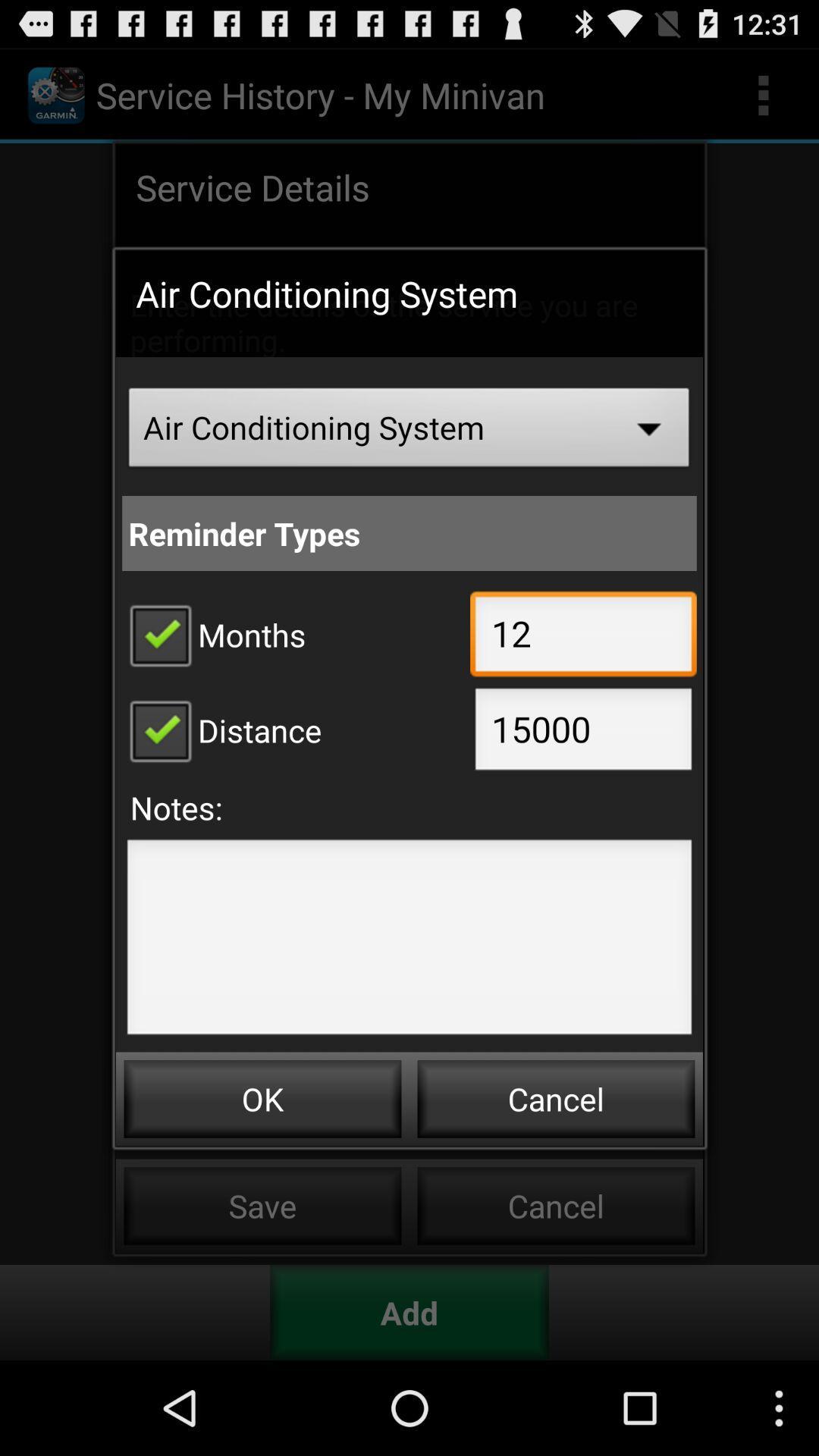 The height and width of the screenshot is (1456, 819). I want to click on feed back to given us, so click(409, 940).